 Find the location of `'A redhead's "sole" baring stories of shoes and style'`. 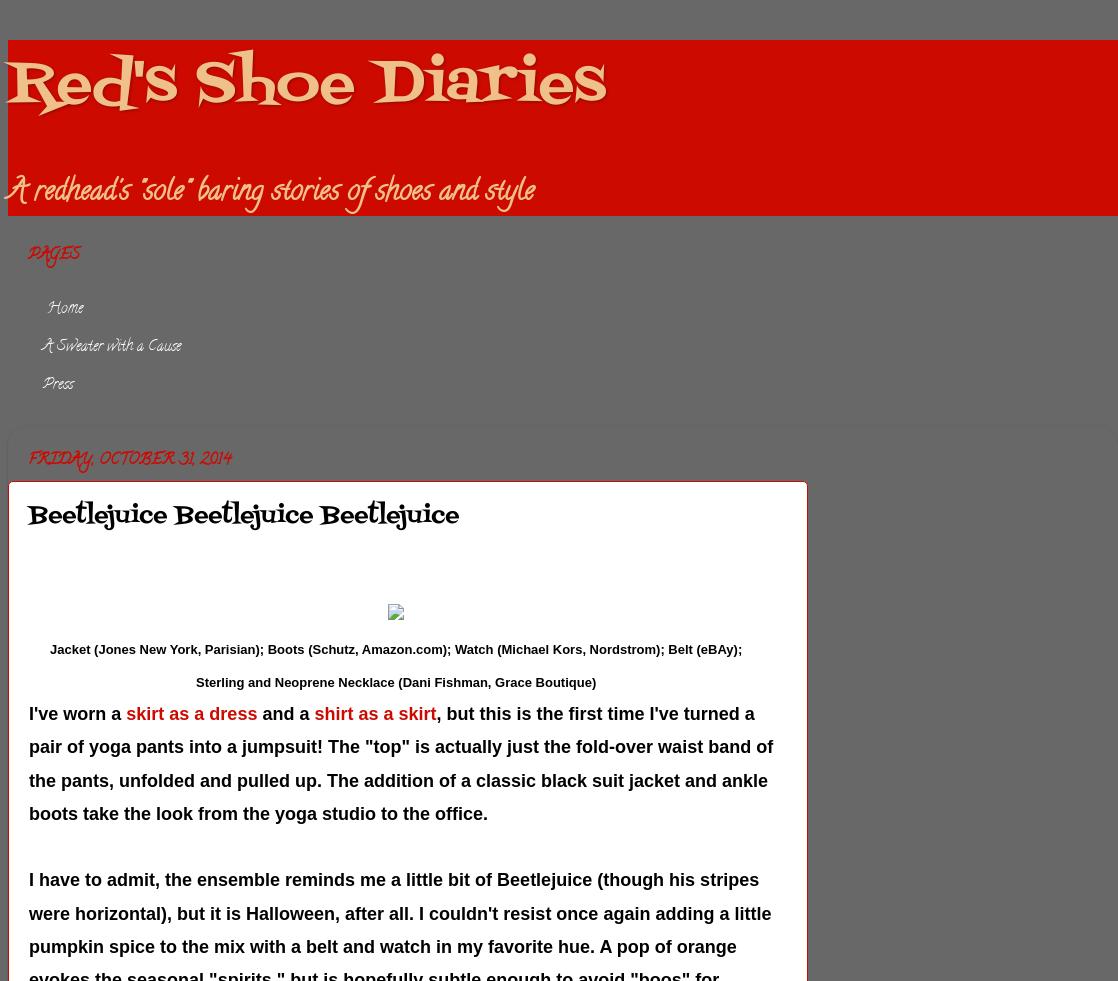

'A redhead's "sole" baring stories of shoes and style' is located at coordinates (8, 193).